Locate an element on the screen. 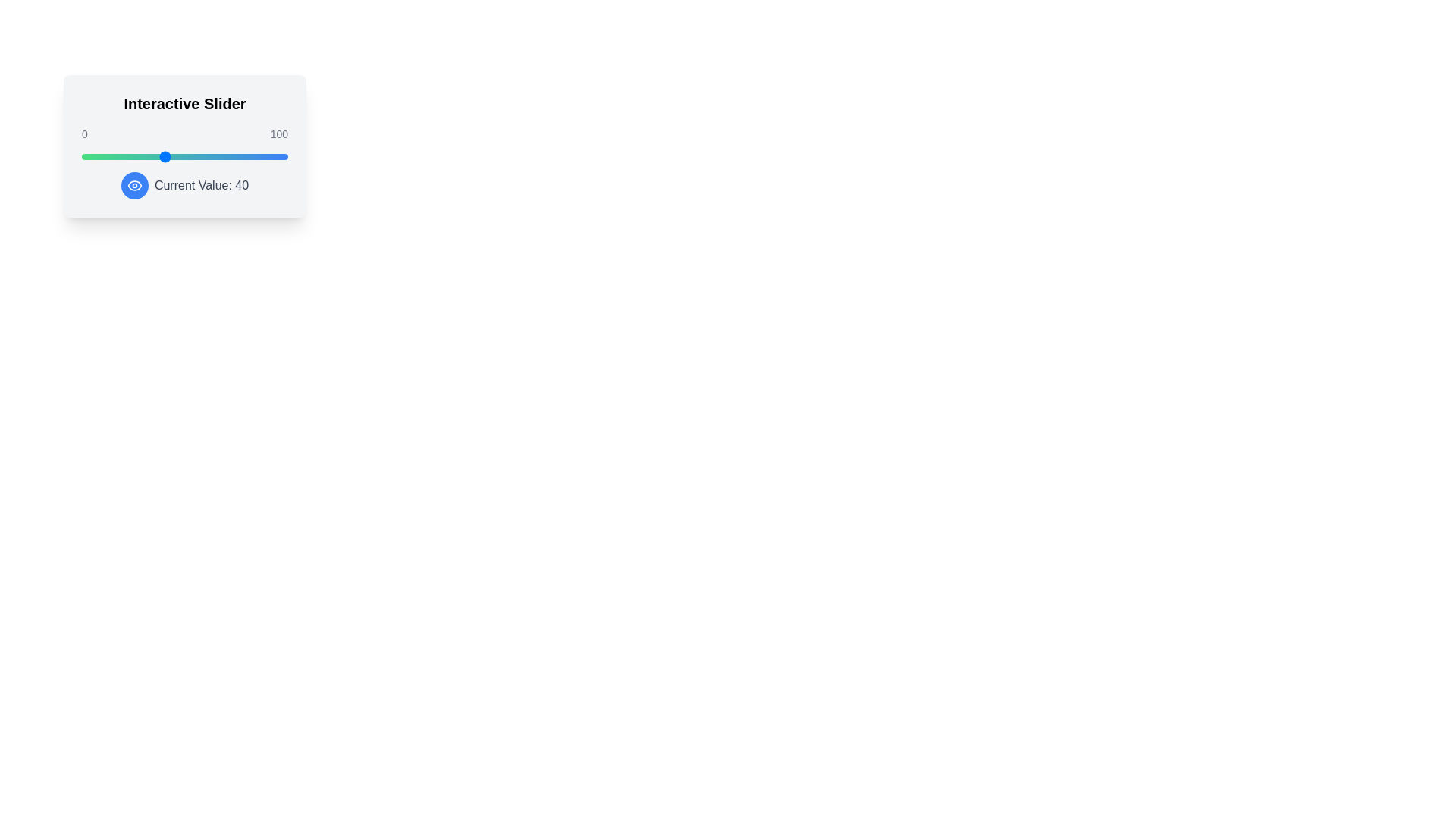 The width and height of the screenshot is (1456, 819). the slider to set its value to 69 is located at coordinates (223, 157).